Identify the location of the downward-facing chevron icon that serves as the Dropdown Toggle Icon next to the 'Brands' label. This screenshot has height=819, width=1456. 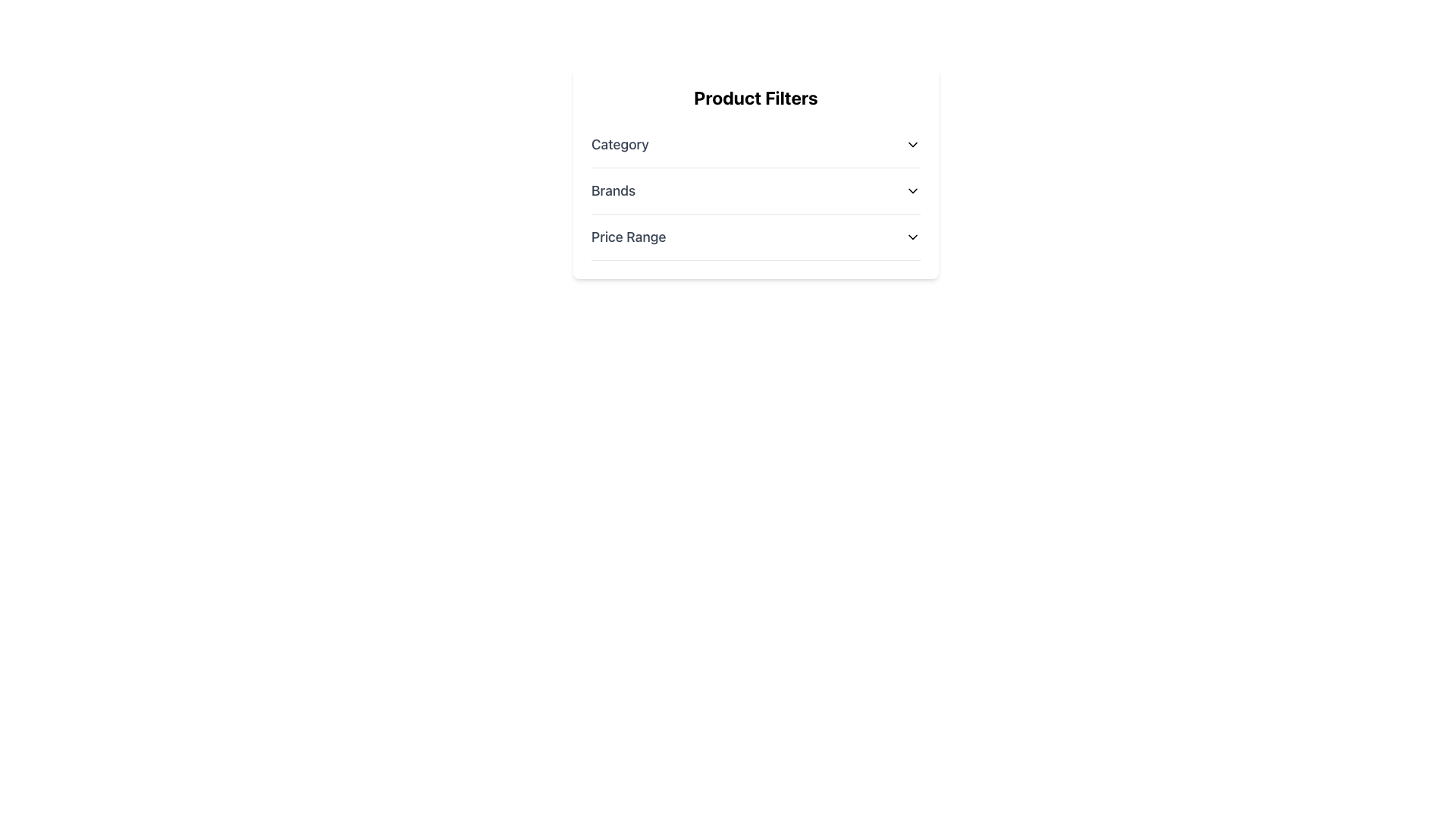
(912, 190).